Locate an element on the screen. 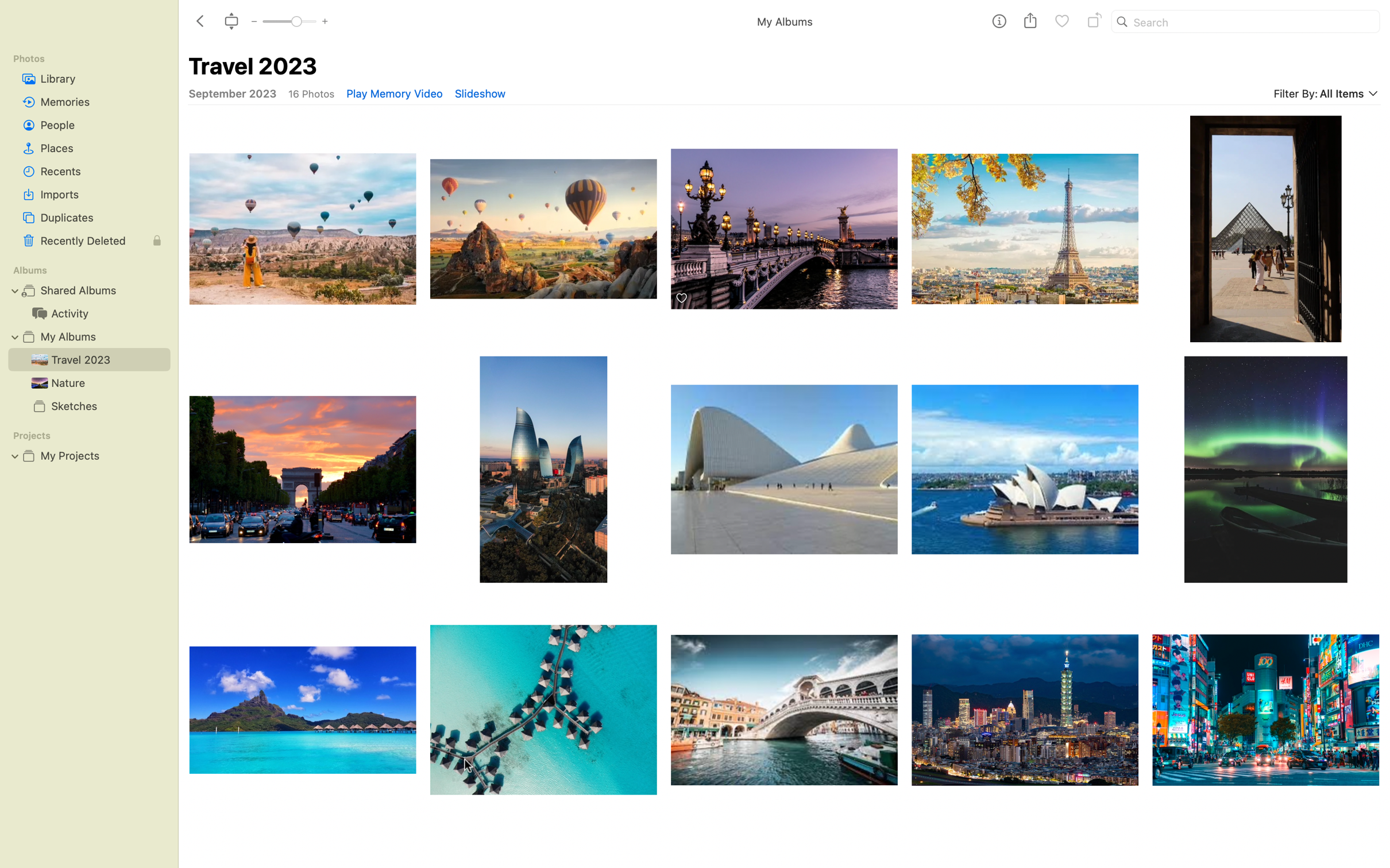  Rotate picture of Louvre thrice is located at coordinates (1024, 222).